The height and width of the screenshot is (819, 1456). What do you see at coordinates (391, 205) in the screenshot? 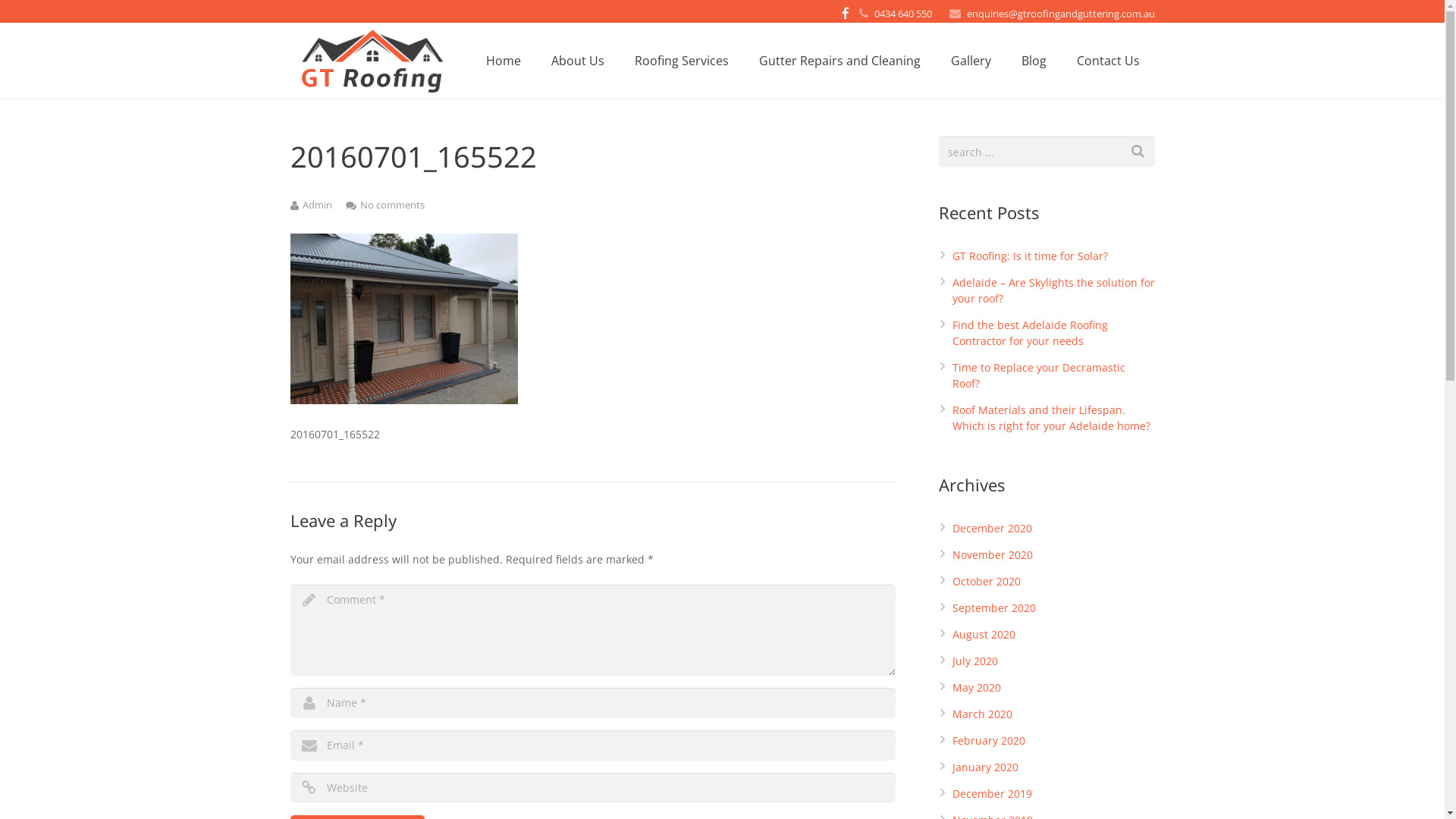
I see `'No comments'` at bounding box center [391, 205].